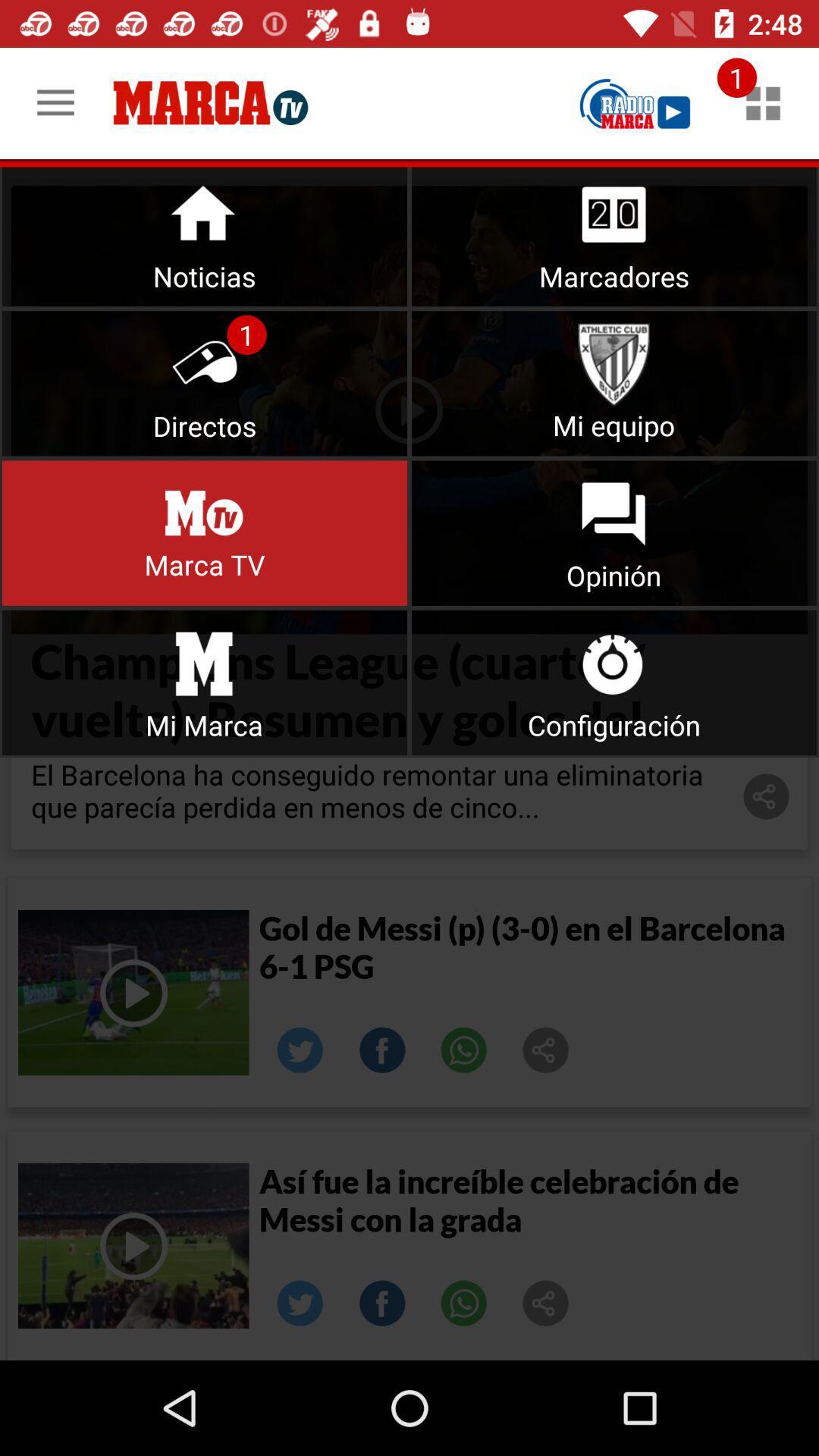  Describe the element at coordinates (614, 682) in the screenshot. I see `icon above the el barcelona ha icon` at that location.